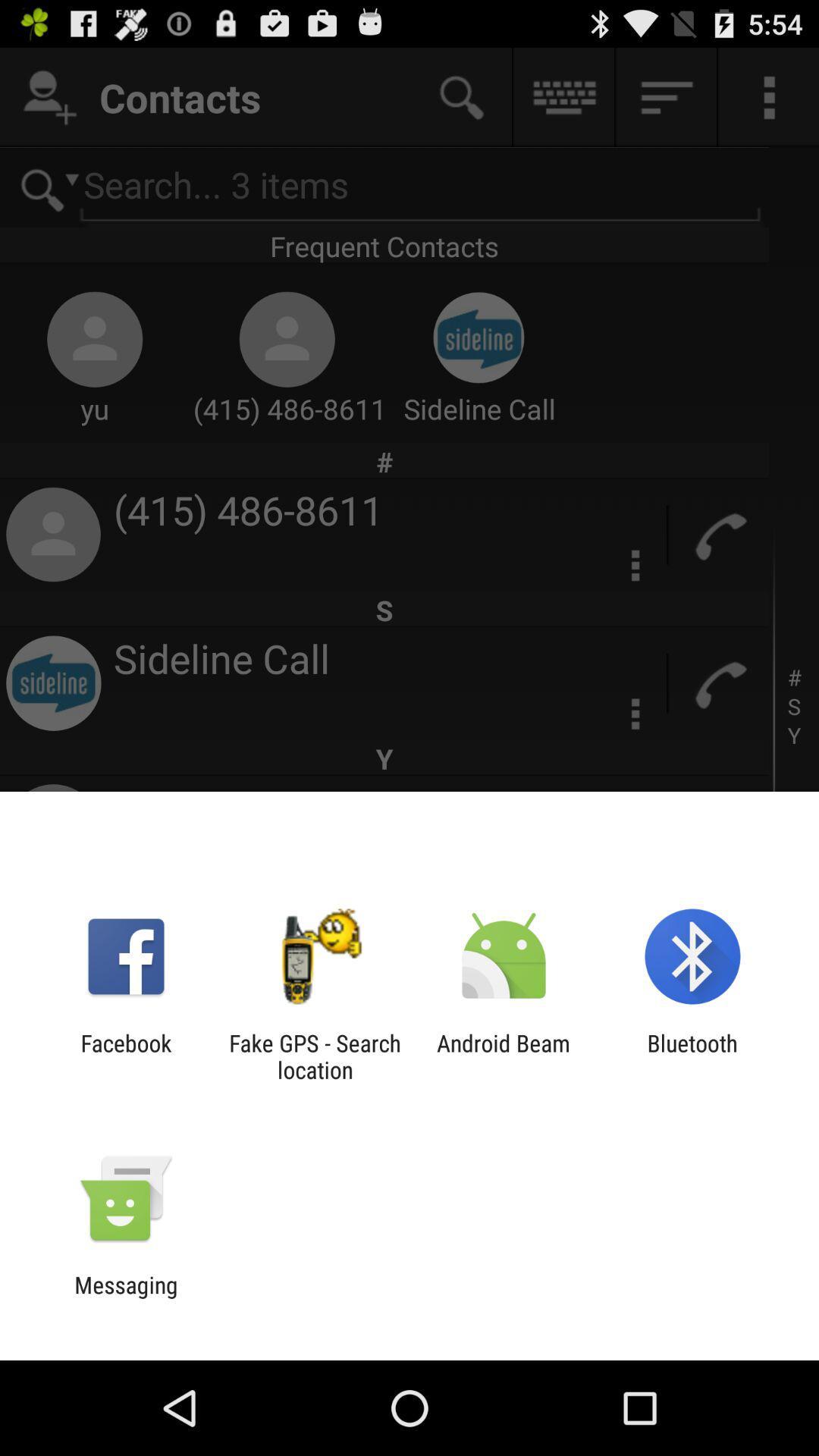  What do you see at coordinates (504, 1056) in the screenshot?
I see `the icon next to the bluetooth icon` at bounding box center [504, 1056].